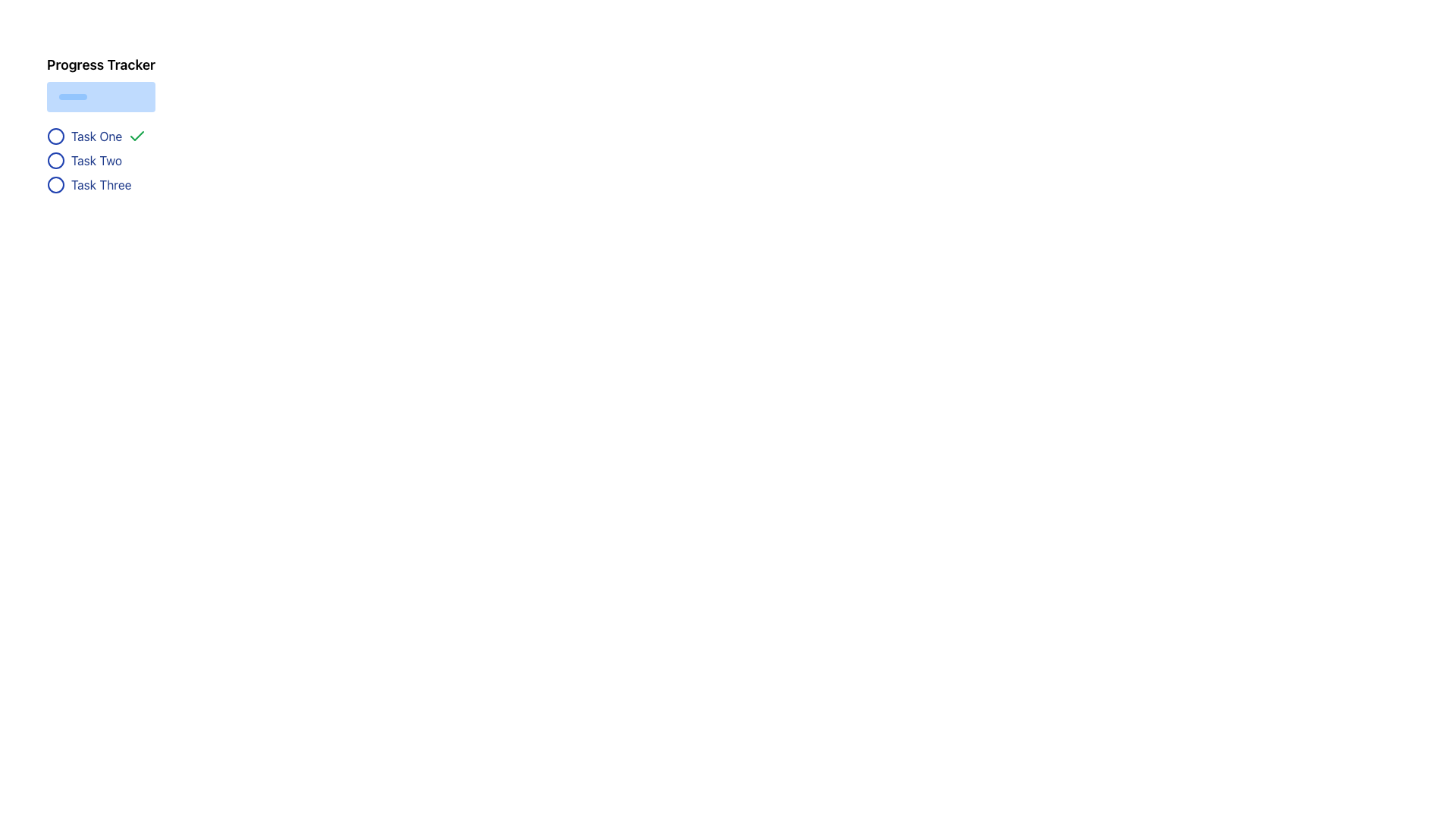 This screenshot has height=819, width=1456. Describe the element at coordinates (100, 184) in the screenshot. I see `the text label reading 'Task Three' styled in blue, which is the third item in the list of tasks under 'Progress Tracker'` at that location.